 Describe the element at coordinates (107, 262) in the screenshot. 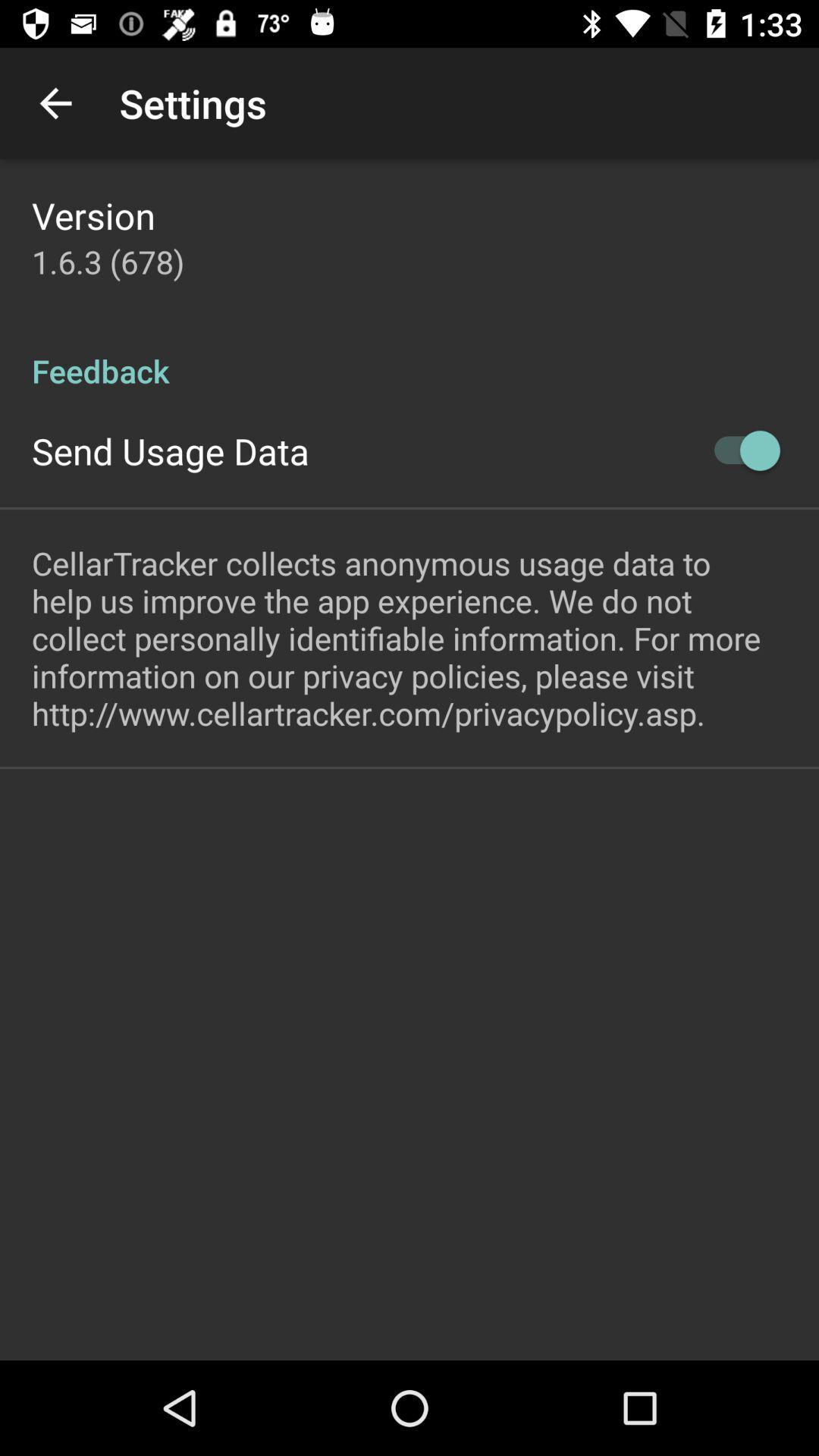

I see `icon above the feedback item` at that location.